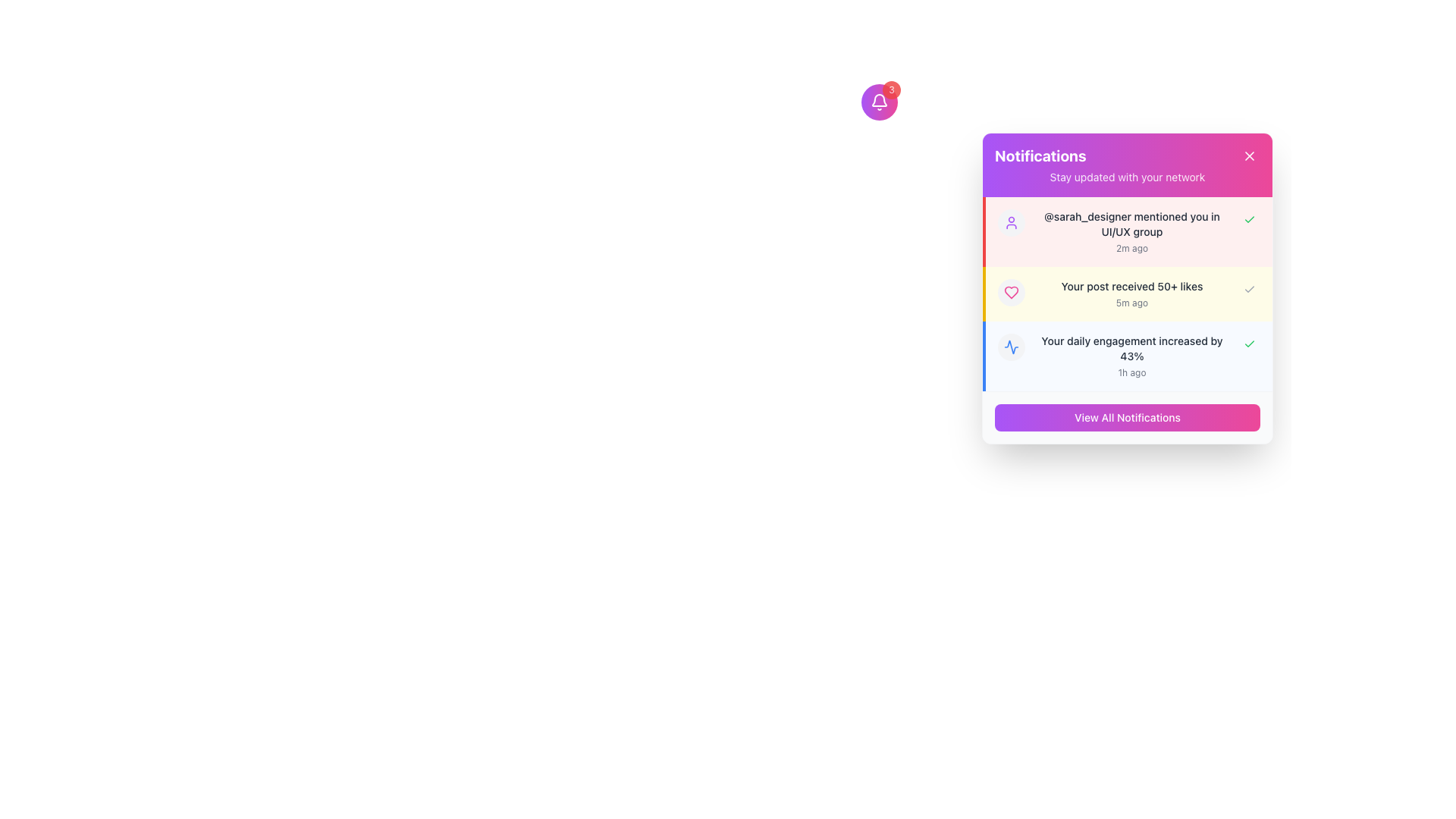 The width and height of the screenshot is (1456, 819). What do you see at coordinates (1249, 344) in the screenshot?
I see `the small green checkmark icon styled as a 'Mark as read' button located to the far right of the notification row stating 'Your daily engagement increased by 43%' in the notification panel` at bounding box center [1249, 344].